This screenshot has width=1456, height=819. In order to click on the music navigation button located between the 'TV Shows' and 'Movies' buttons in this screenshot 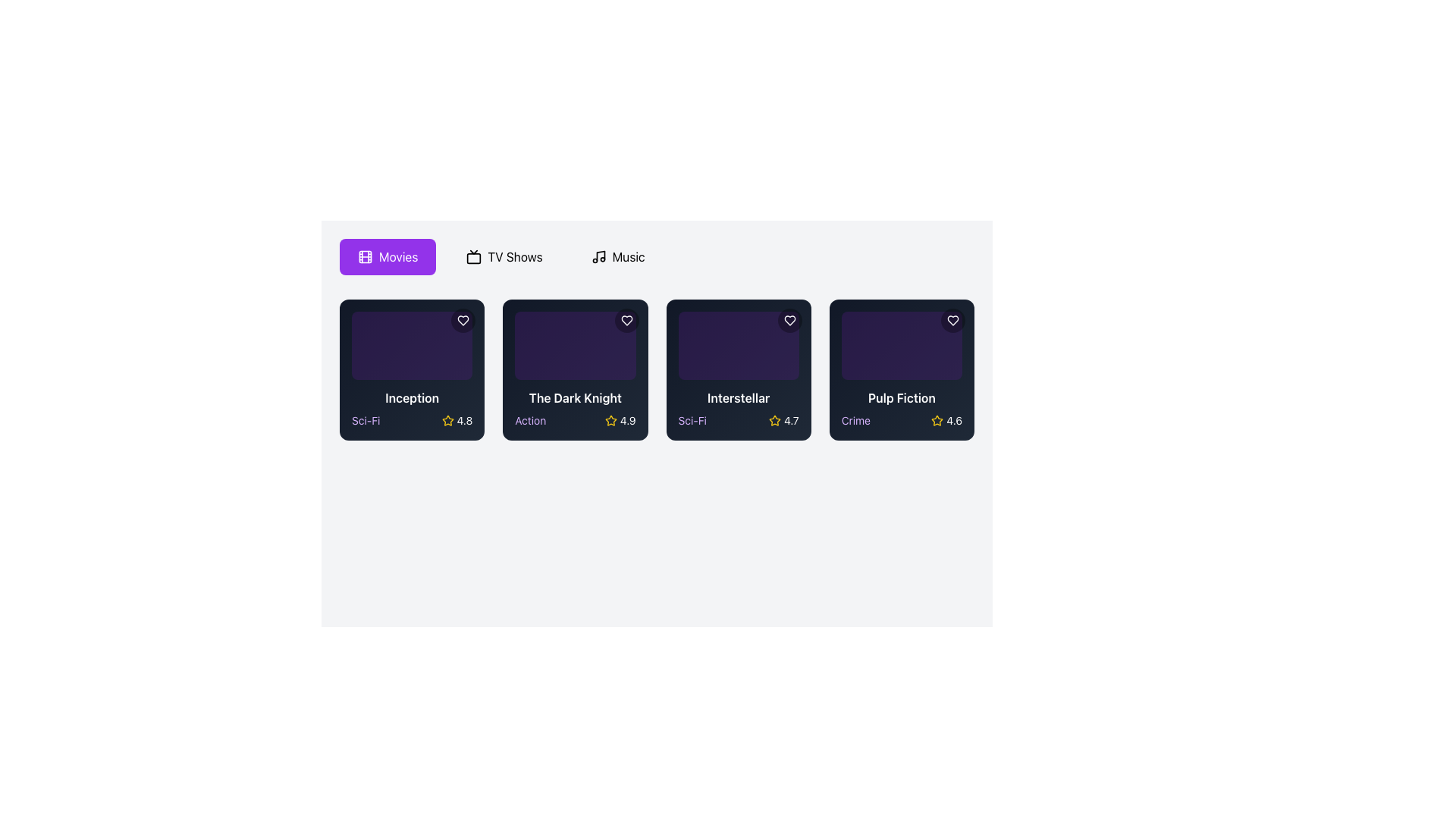, I will do `click(618, 256)`.